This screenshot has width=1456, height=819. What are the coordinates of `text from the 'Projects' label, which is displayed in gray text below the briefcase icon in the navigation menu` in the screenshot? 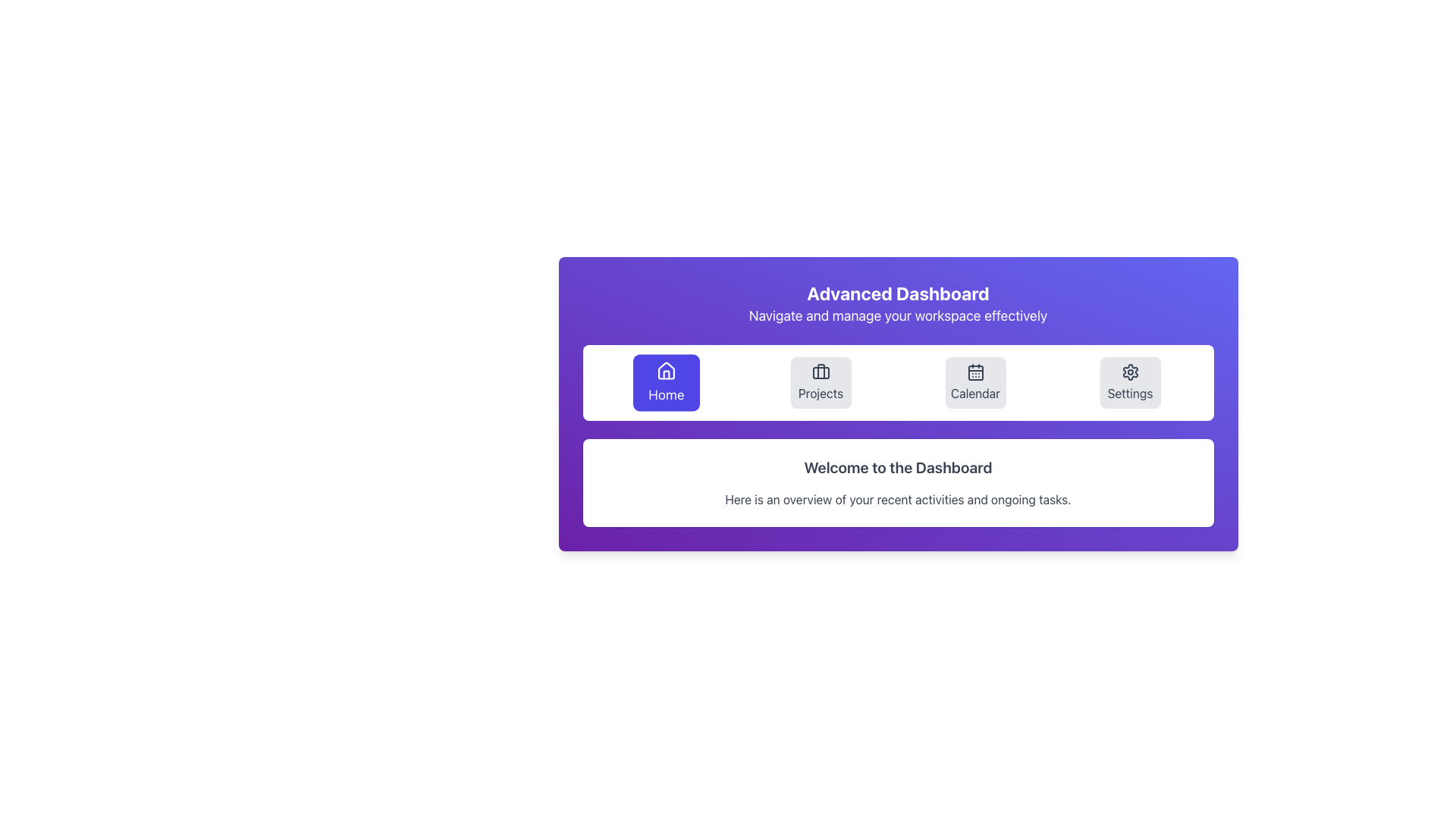 It's located at (820, 393).